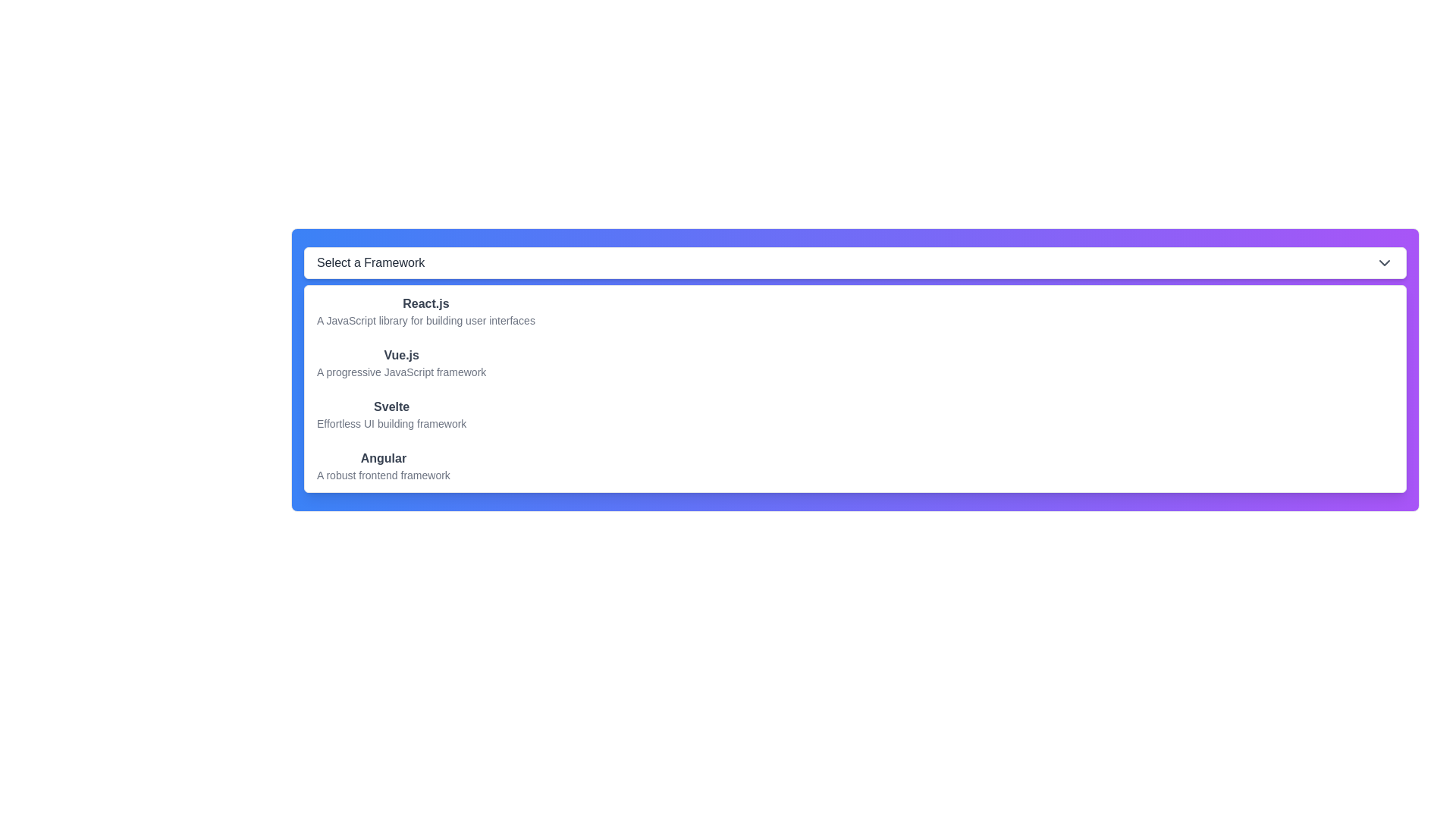 The height and width of the screenshot is (819, 1456). I want to click on the dropdown menu with the default value 'Select a Framework', so click(855, 262).